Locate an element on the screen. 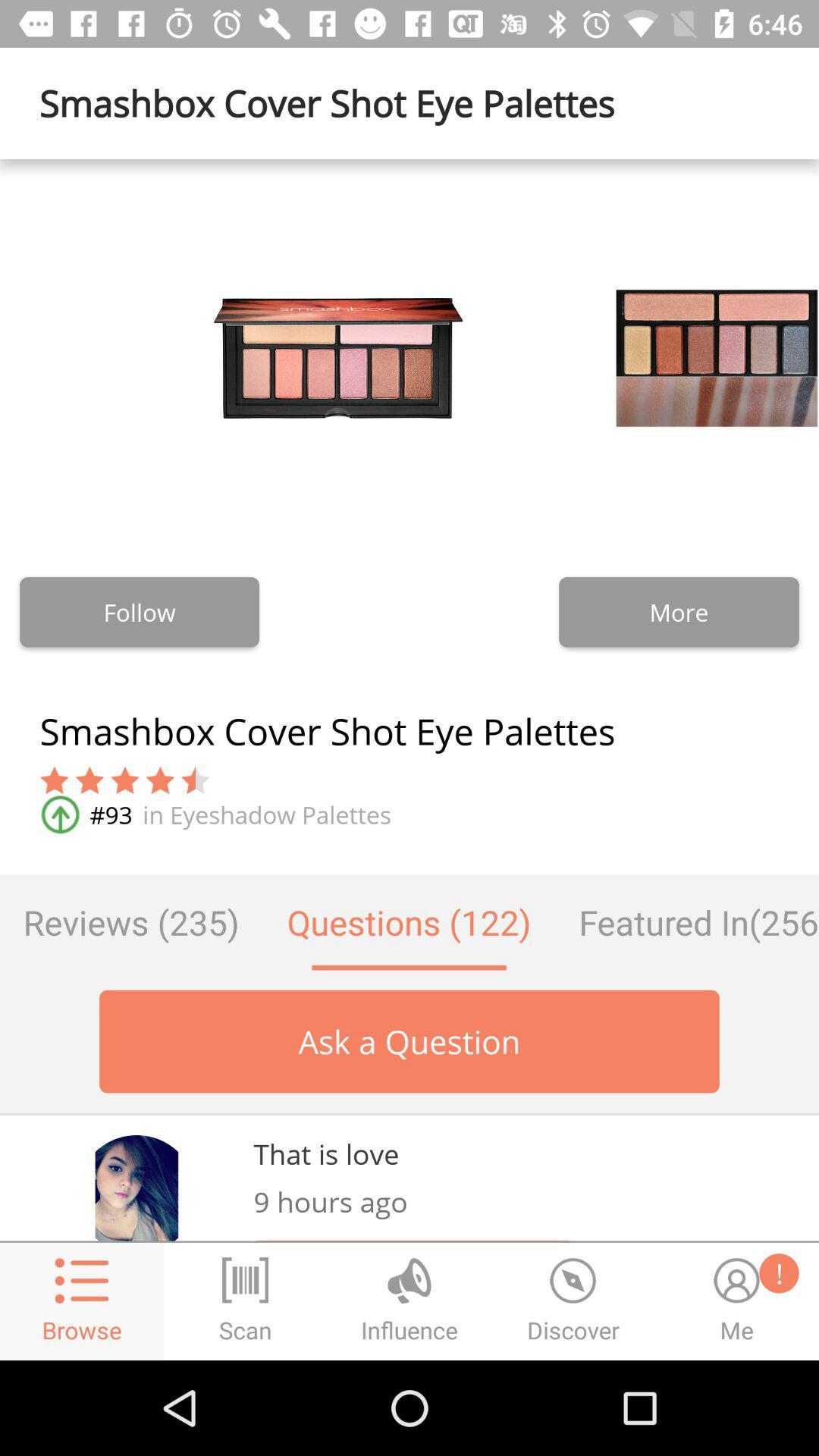 Image resolution: width=819 pixels, height=1456 pixels. the time icon is located at coordinates (573, 1301).